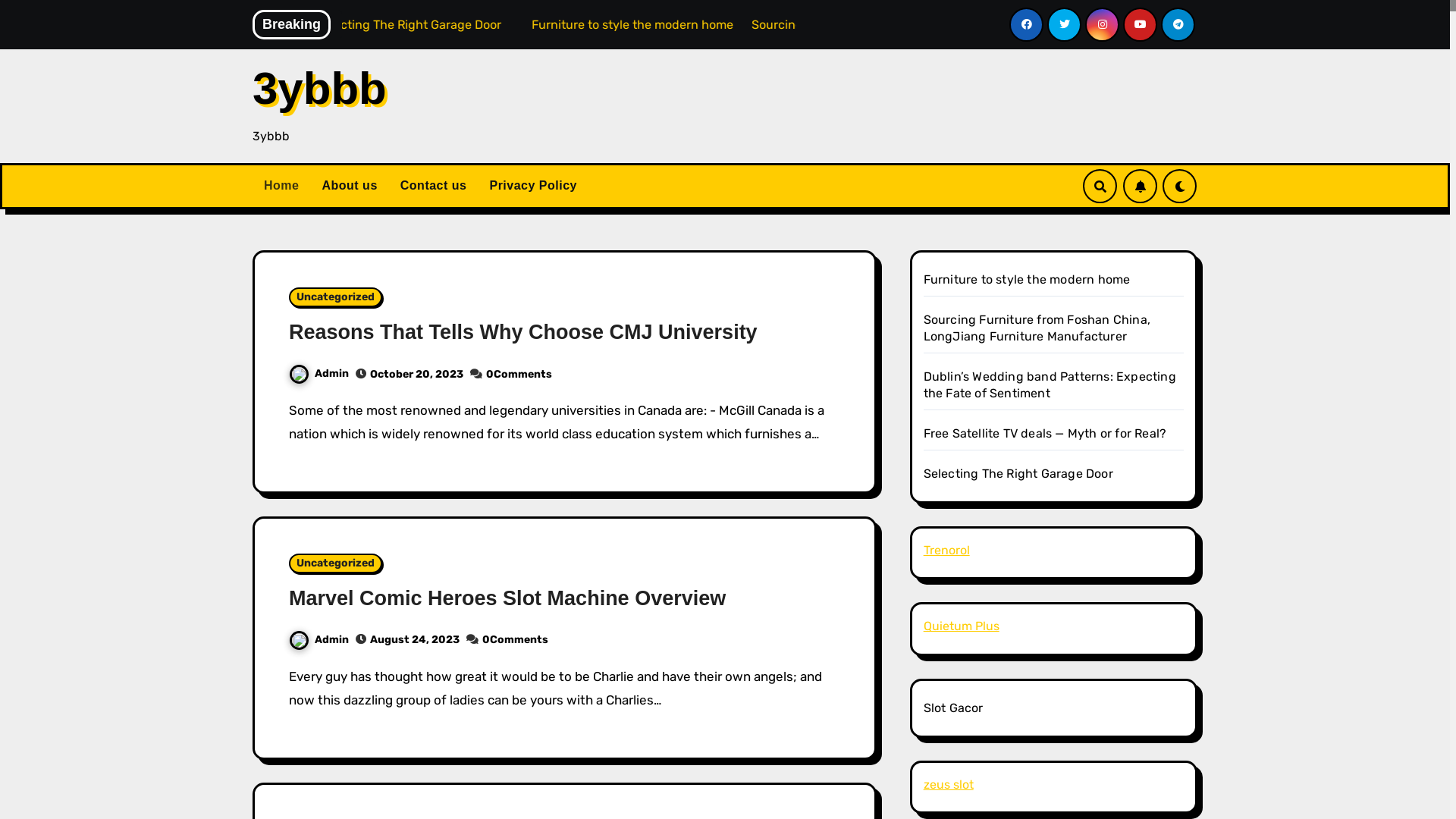  I want to click on '0Comments', so click(519, 374).